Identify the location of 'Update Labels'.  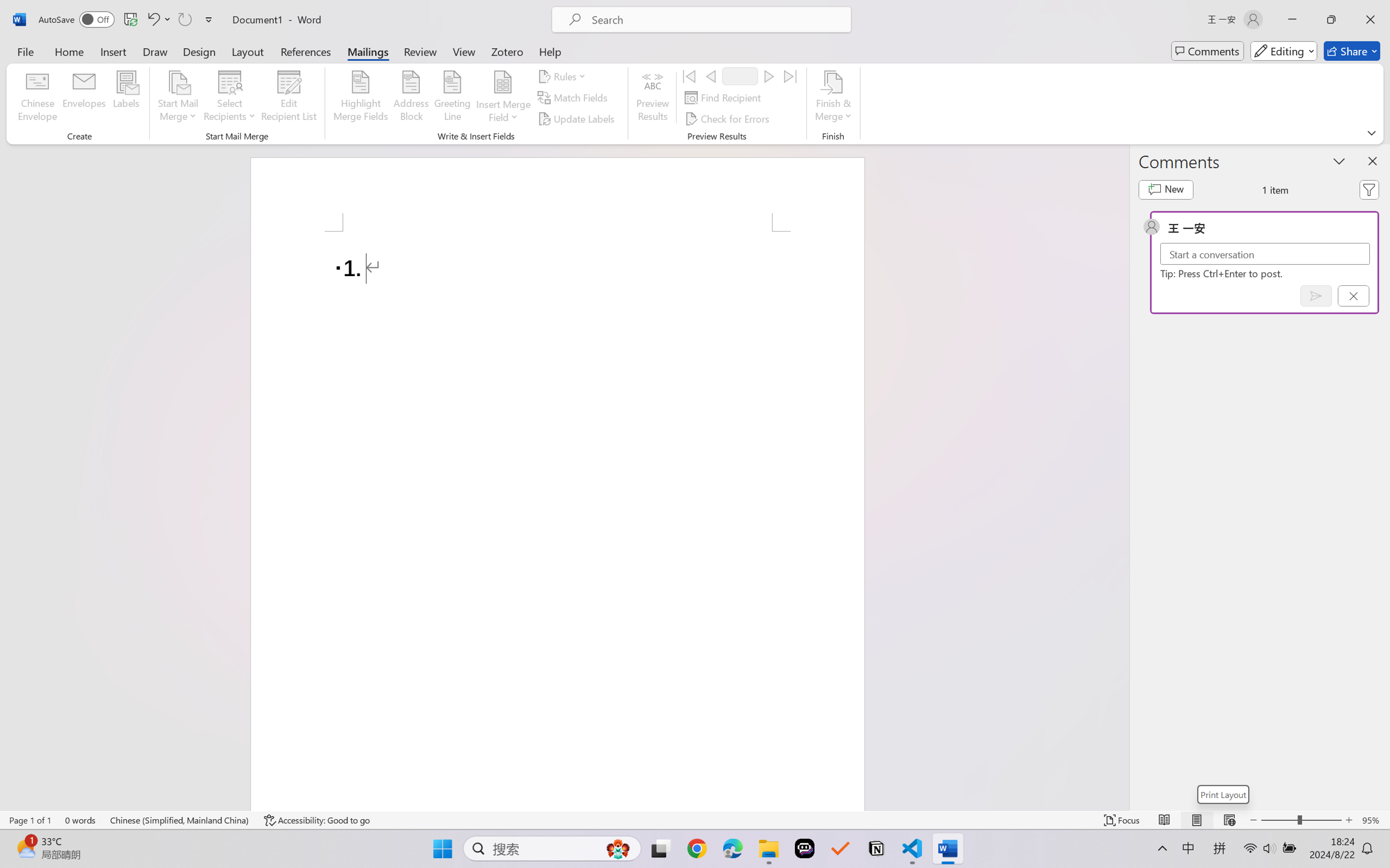
(577, 119).